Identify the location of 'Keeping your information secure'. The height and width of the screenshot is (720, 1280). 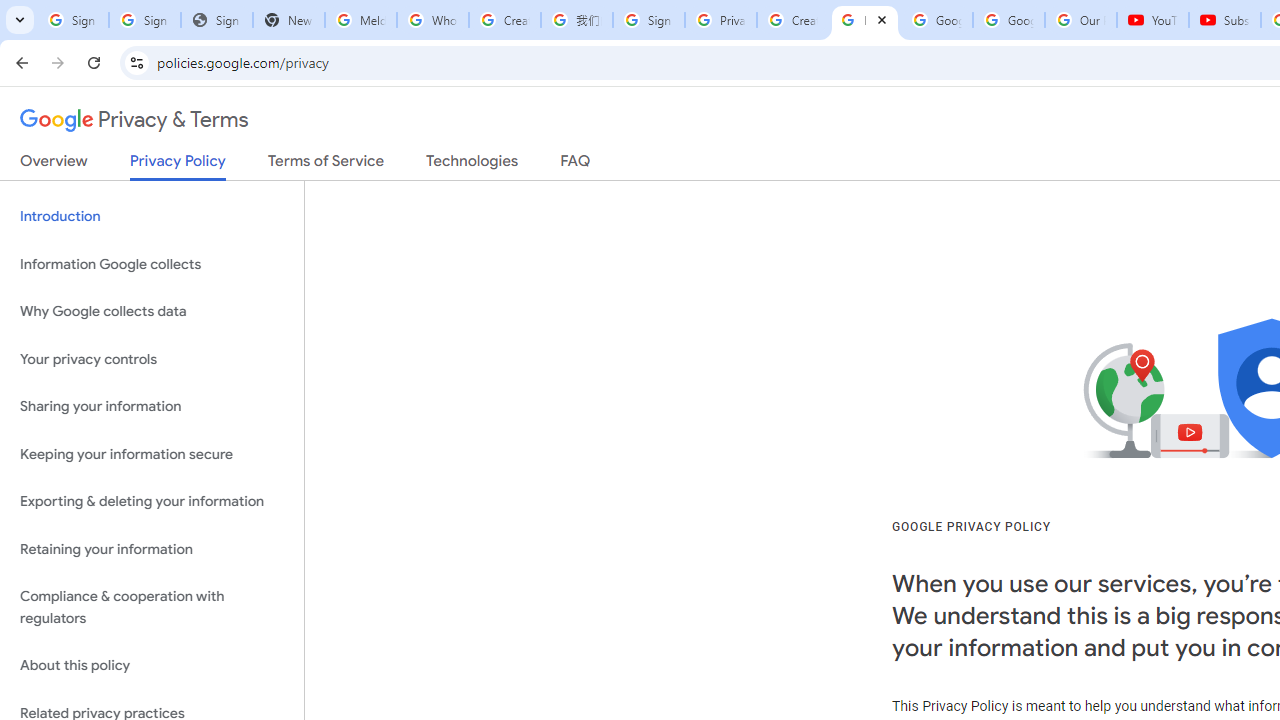
(151, 454).